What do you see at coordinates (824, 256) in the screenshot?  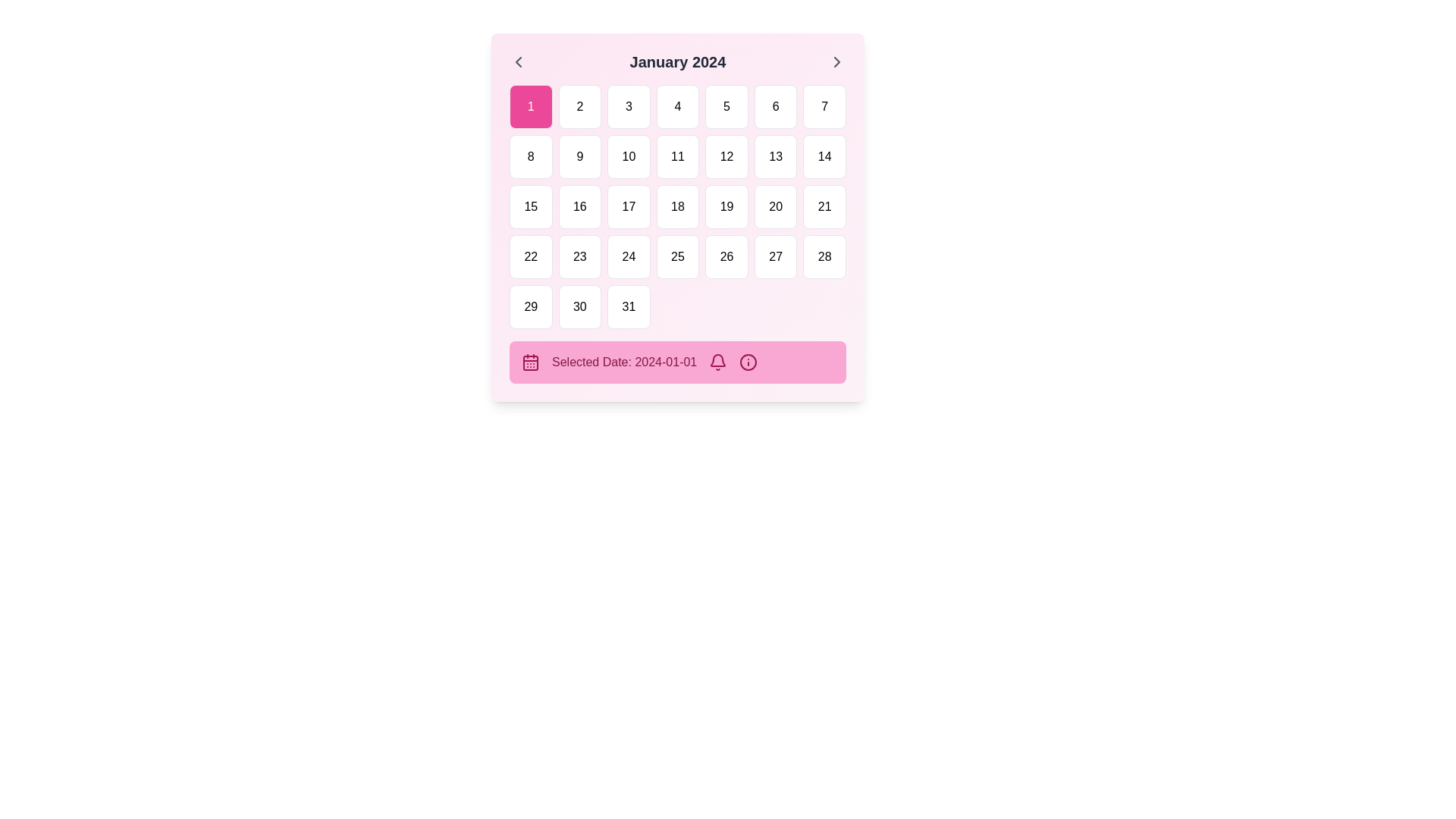 I see `the calendar day button displaying the number '28' for keyboard navigation` at bounding box center [824, 256].